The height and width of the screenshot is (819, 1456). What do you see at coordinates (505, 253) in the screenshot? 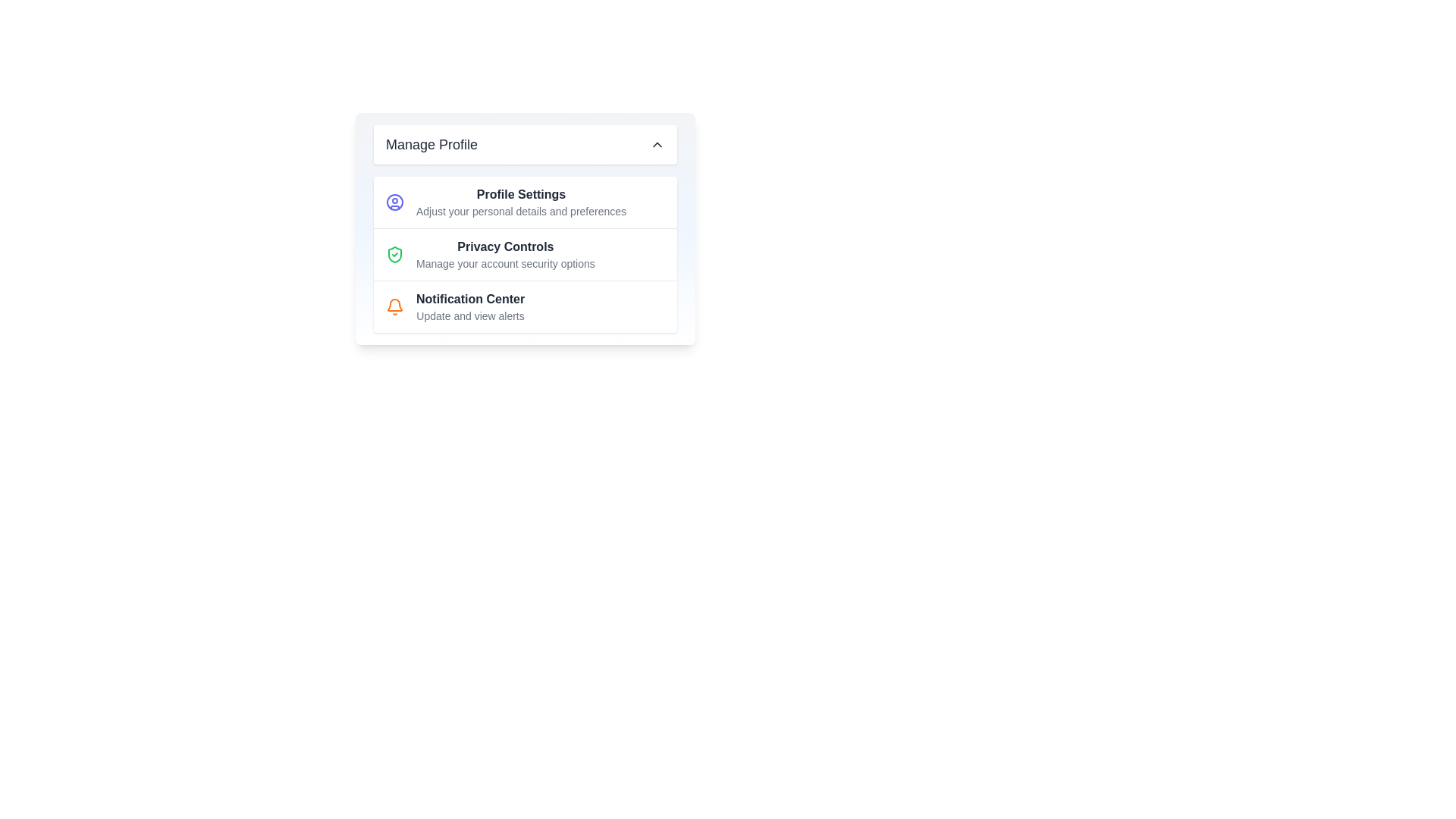
I see `the second Navigation link under 'Manage Profile'` at bounding box center [505, 253].